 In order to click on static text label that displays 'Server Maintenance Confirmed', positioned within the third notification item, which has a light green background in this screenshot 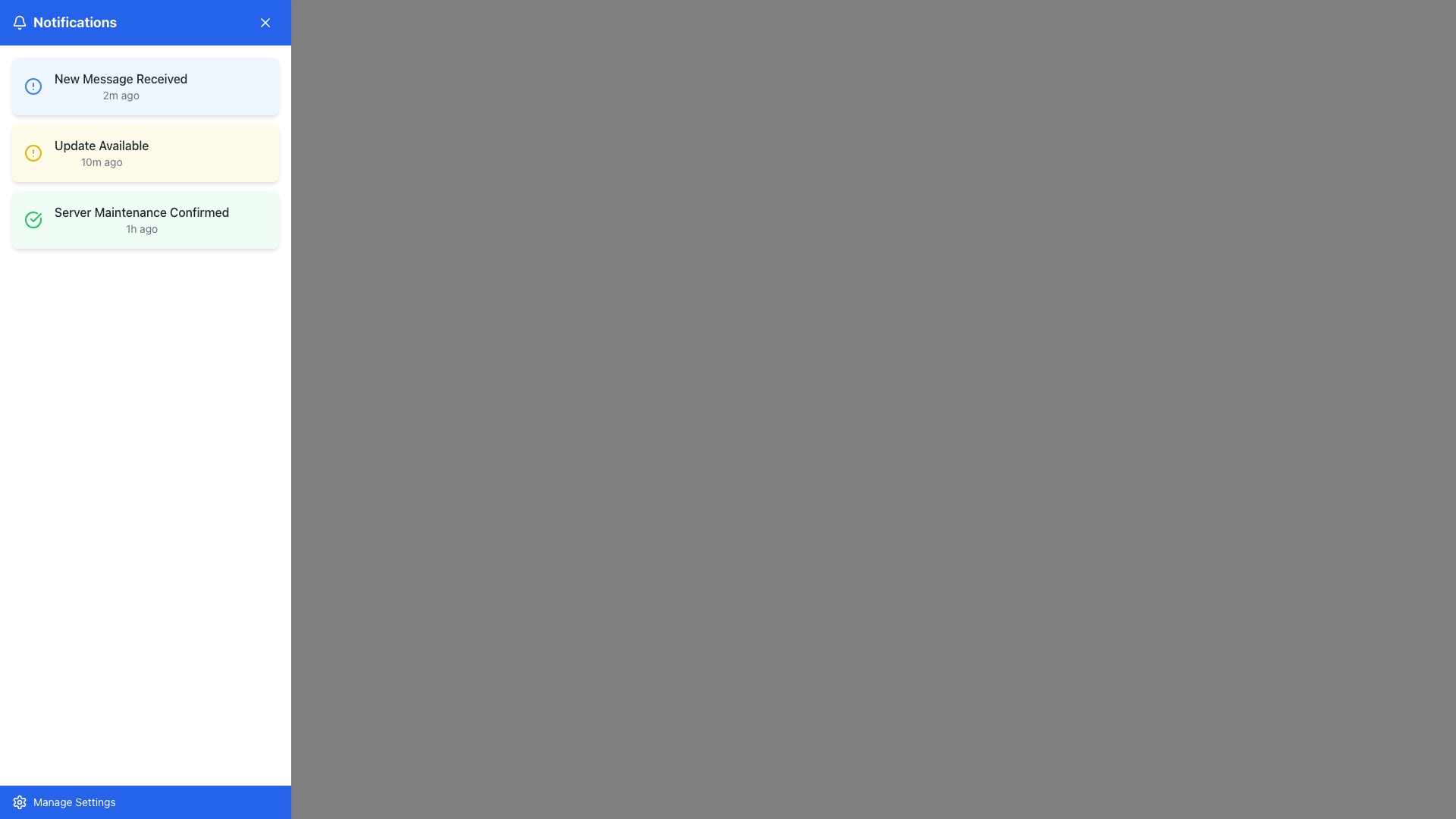, I will do `click(142, 212)`.